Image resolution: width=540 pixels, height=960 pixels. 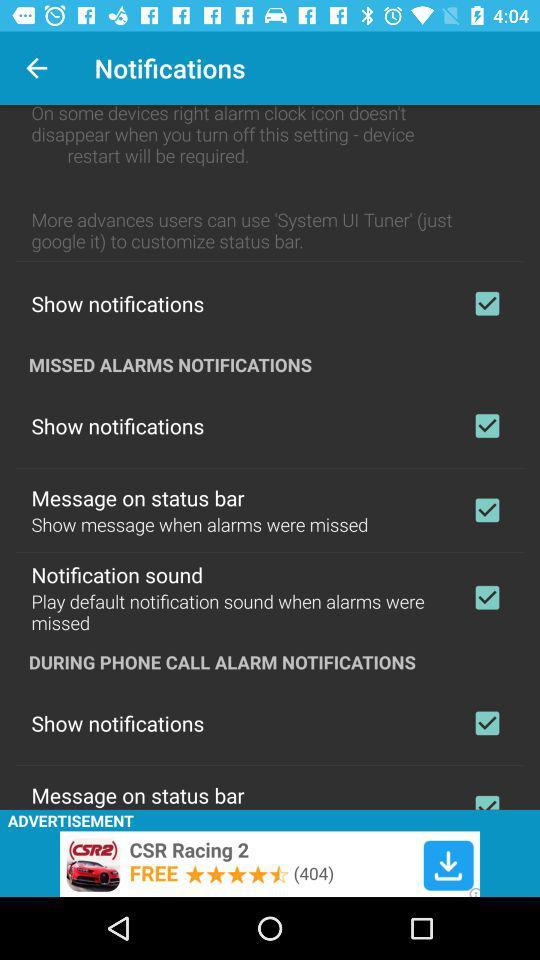 I want to click on enable/disable notification, so click(x=486, y=425).